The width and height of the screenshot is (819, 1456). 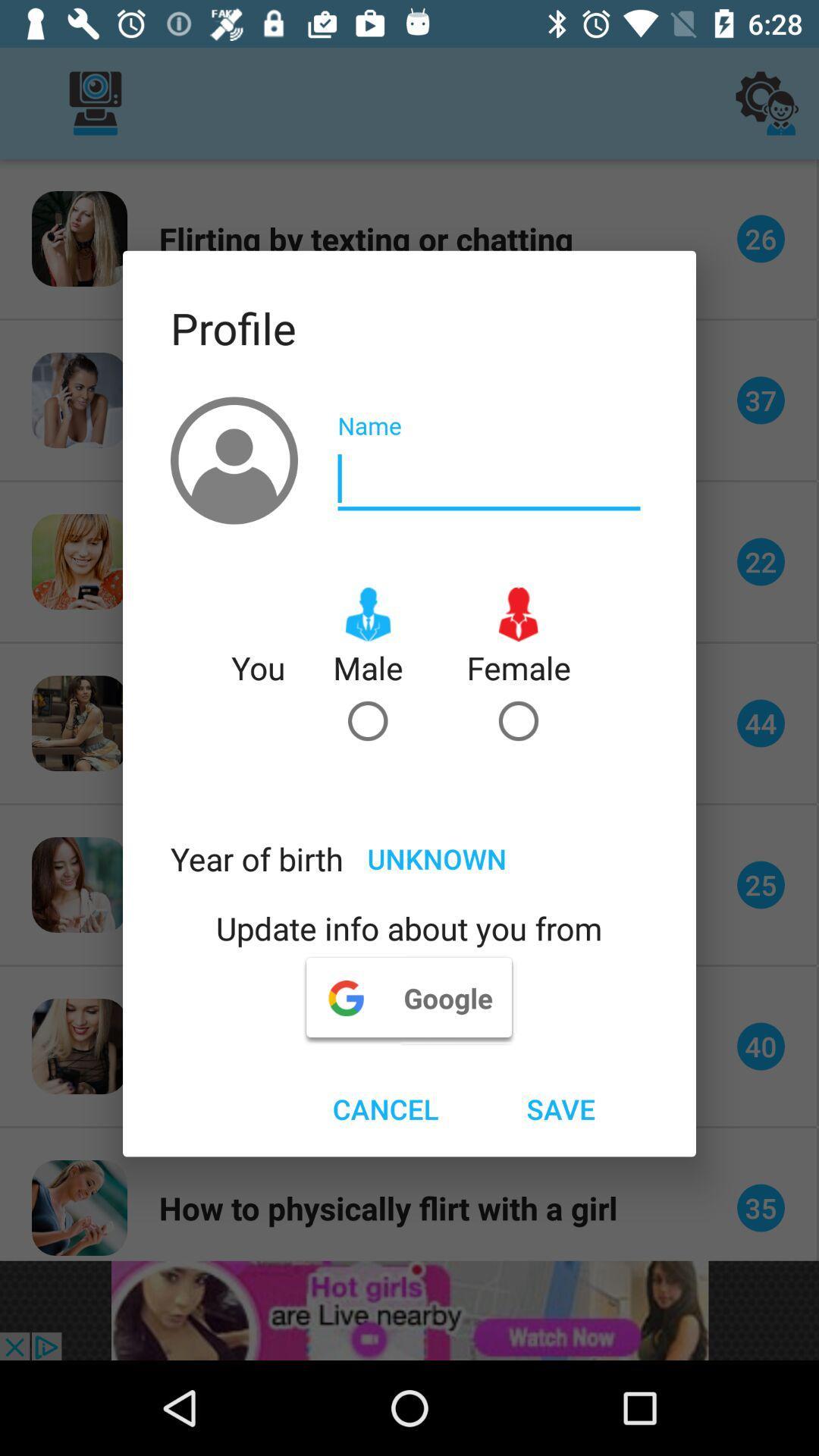 I want to click on name, so click(x=488, y=479).